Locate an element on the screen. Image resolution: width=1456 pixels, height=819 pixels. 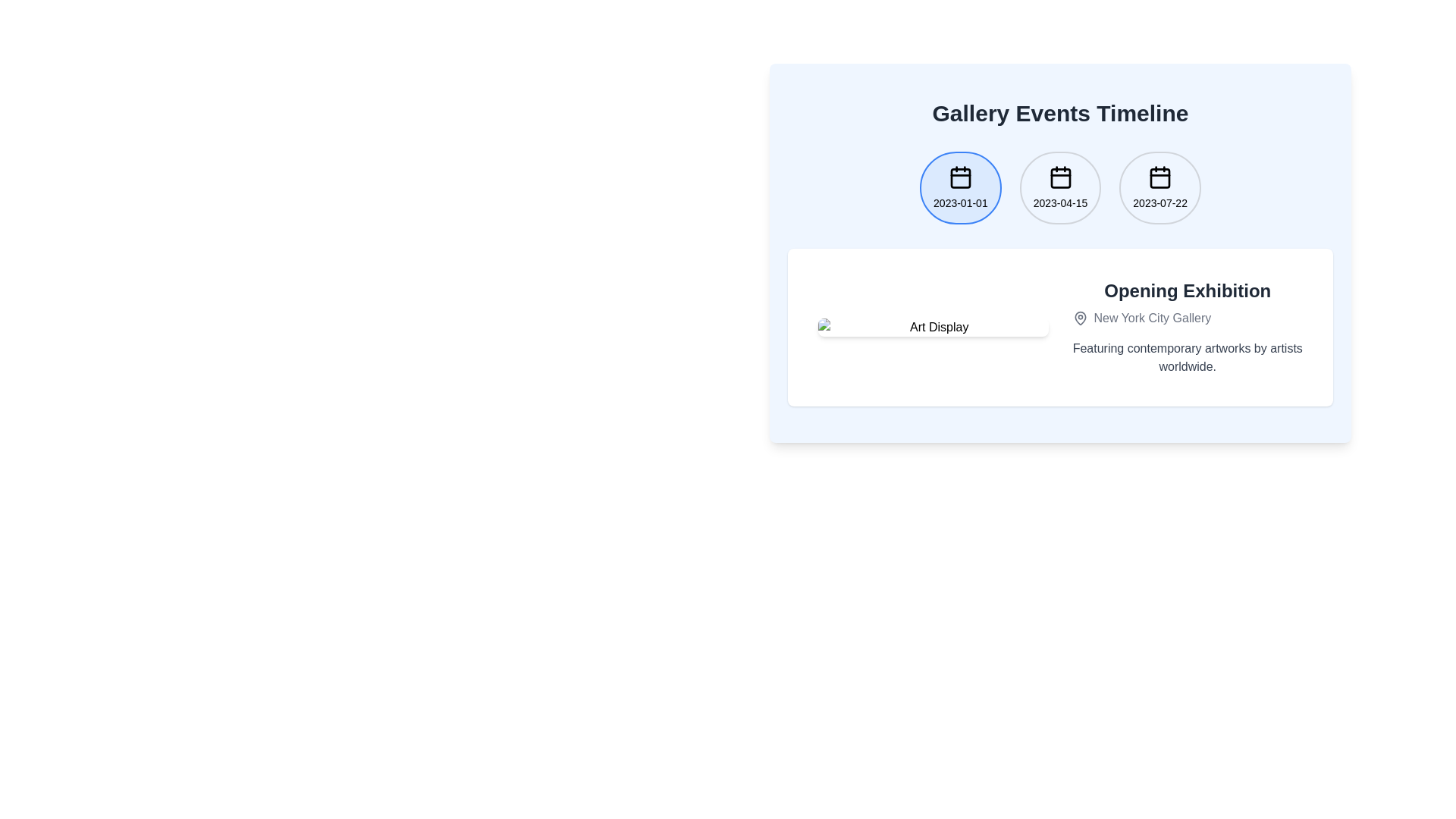
the calendar icon located within the blue-bordered button for the January 1, 2023 event in the 'Gallery Events Timeline' section to focus on the corresponding date event is located at coordinates (959, 177).